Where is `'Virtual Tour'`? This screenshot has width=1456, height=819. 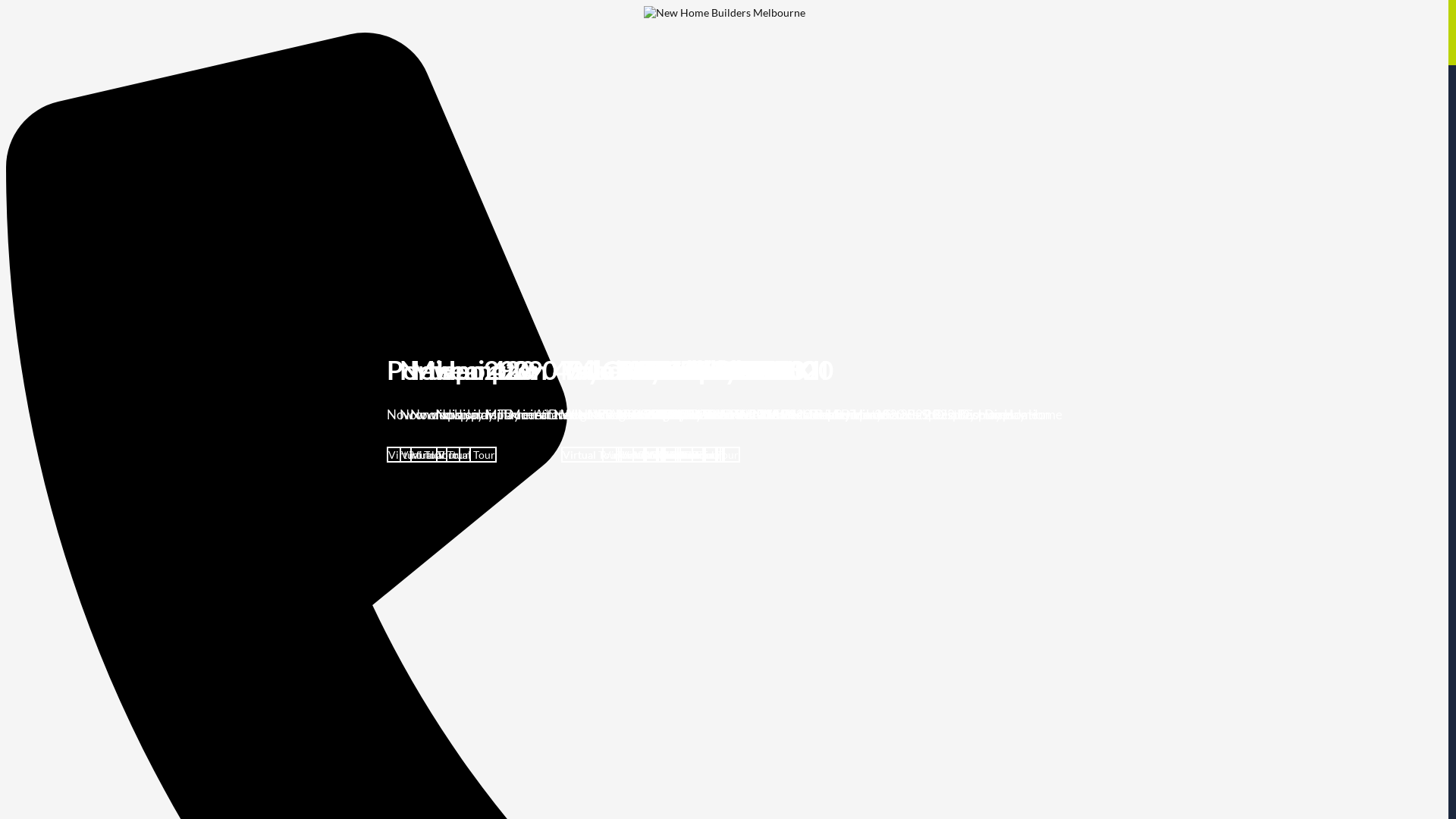
'Virtual Tour' is located at coordinates (651, 453).